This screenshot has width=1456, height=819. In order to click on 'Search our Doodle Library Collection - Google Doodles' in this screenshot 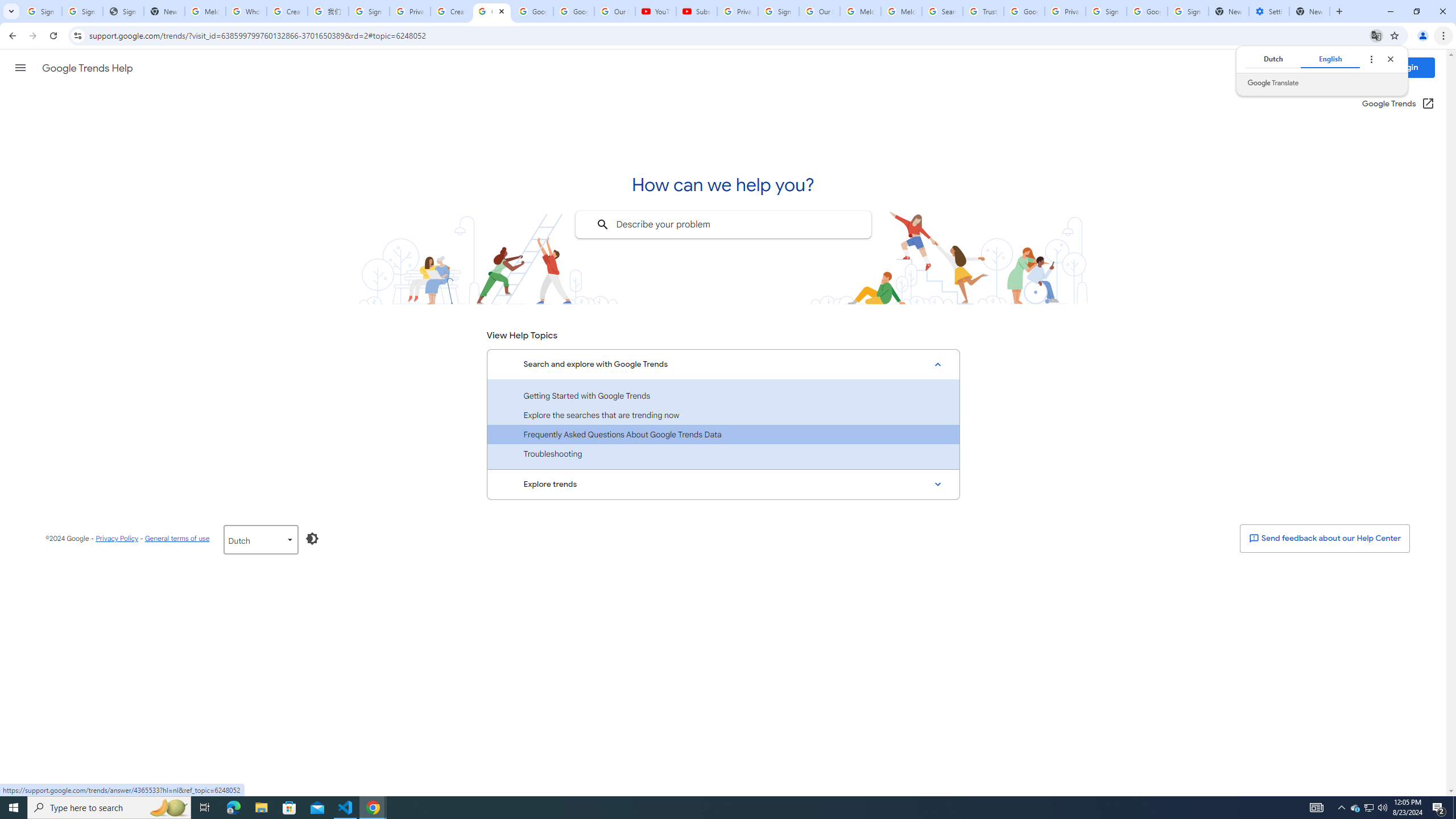, I will do `click(942, 11)`.